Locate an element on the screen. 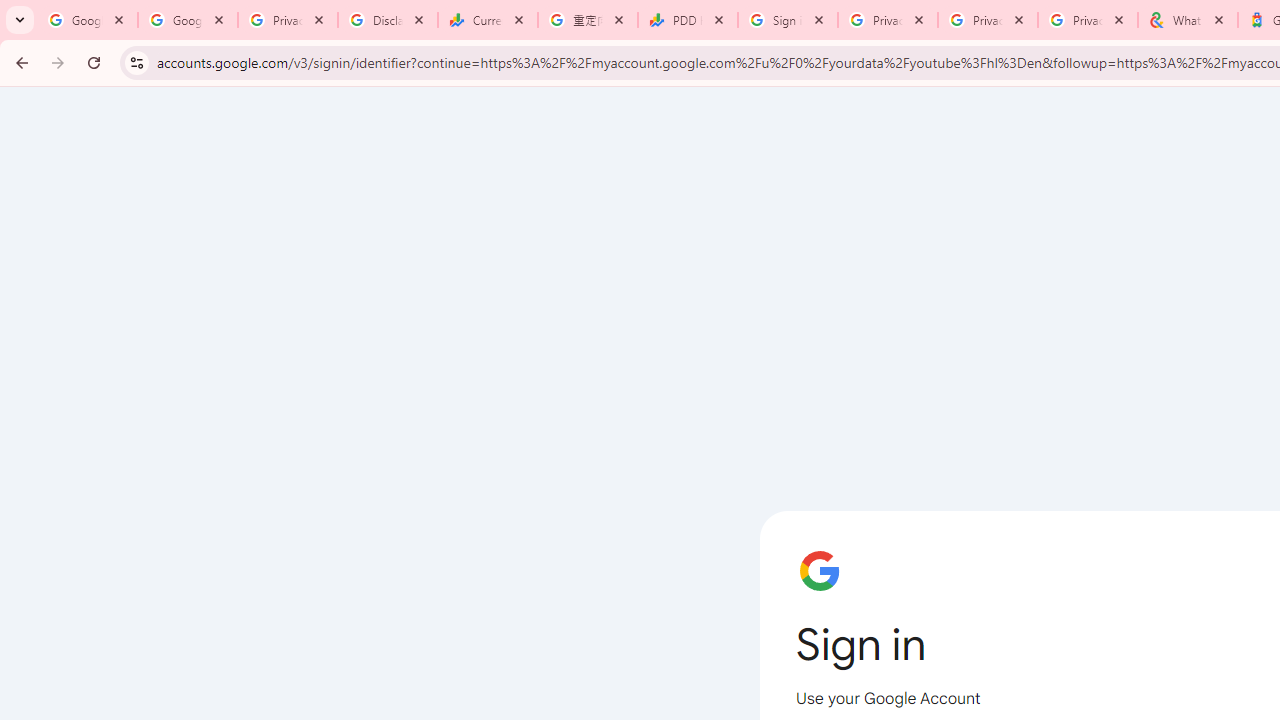  'Sign in - Google Accounts' is located at coordinates (787, 20).